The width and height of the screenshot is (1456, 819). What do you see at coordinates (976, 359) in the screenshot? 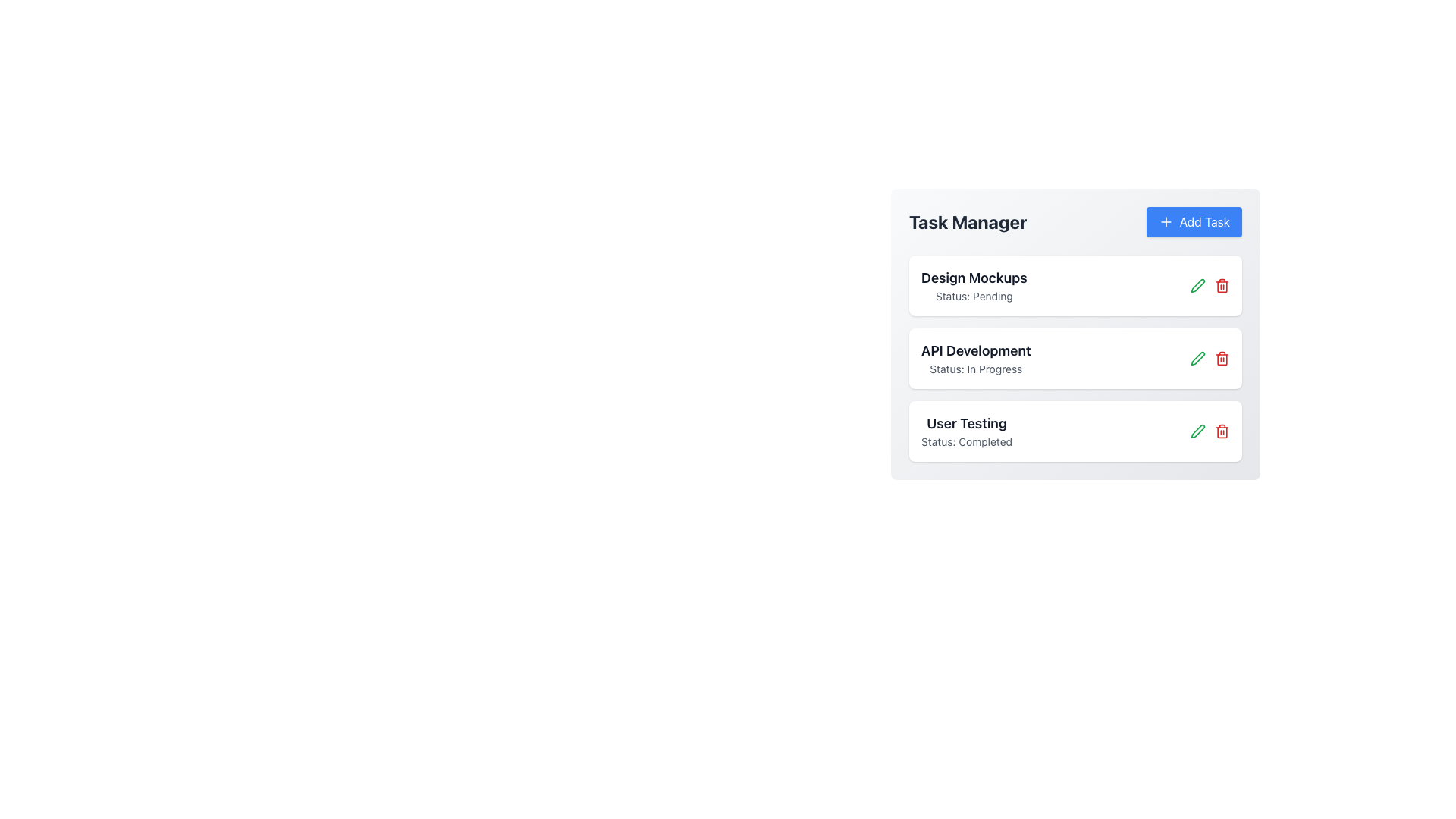
I see `the text label that displays 'API Development' in bold and 'Status: In Progress' in a smaller greyed font, located in the second task card under the 'Task Manager' section` at bounding box center [976, 359].